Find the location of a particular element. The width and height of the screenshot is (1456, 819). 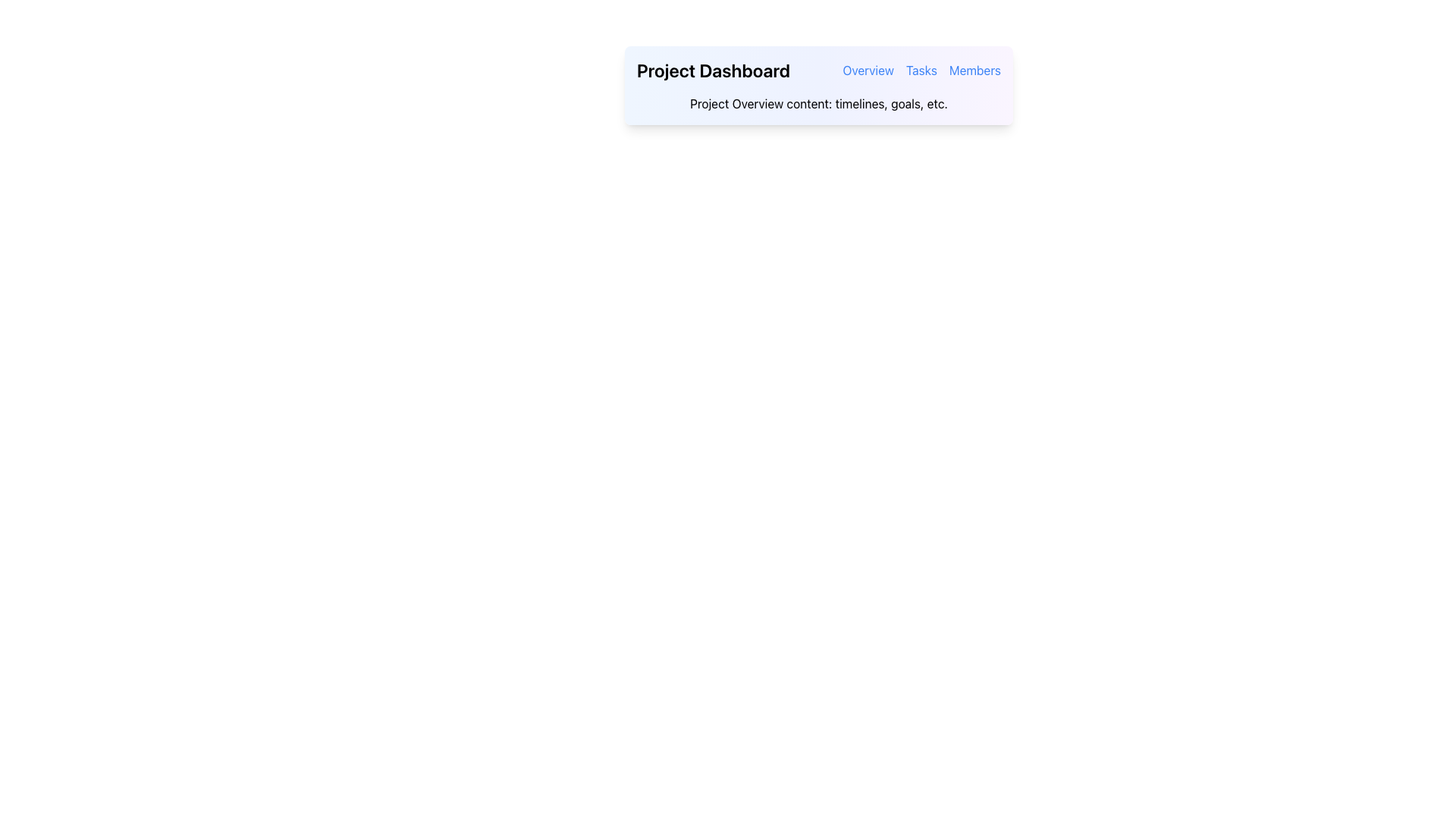

the primary title 'Project Dashboard' located in the header section of the interface is located at coordinates (712, 70).